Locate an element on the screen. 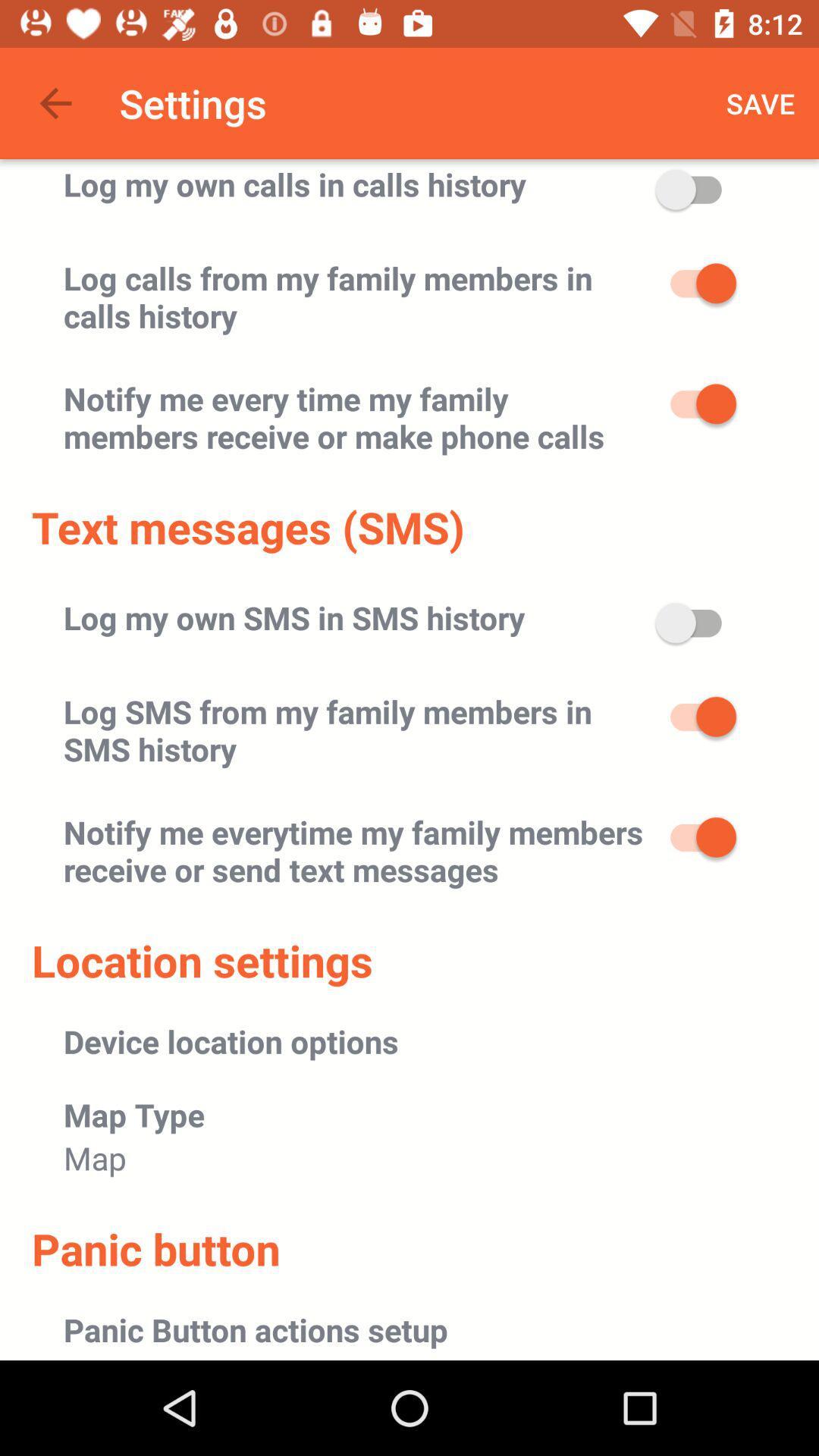  location settings icon is located at coordinates (201, 959).